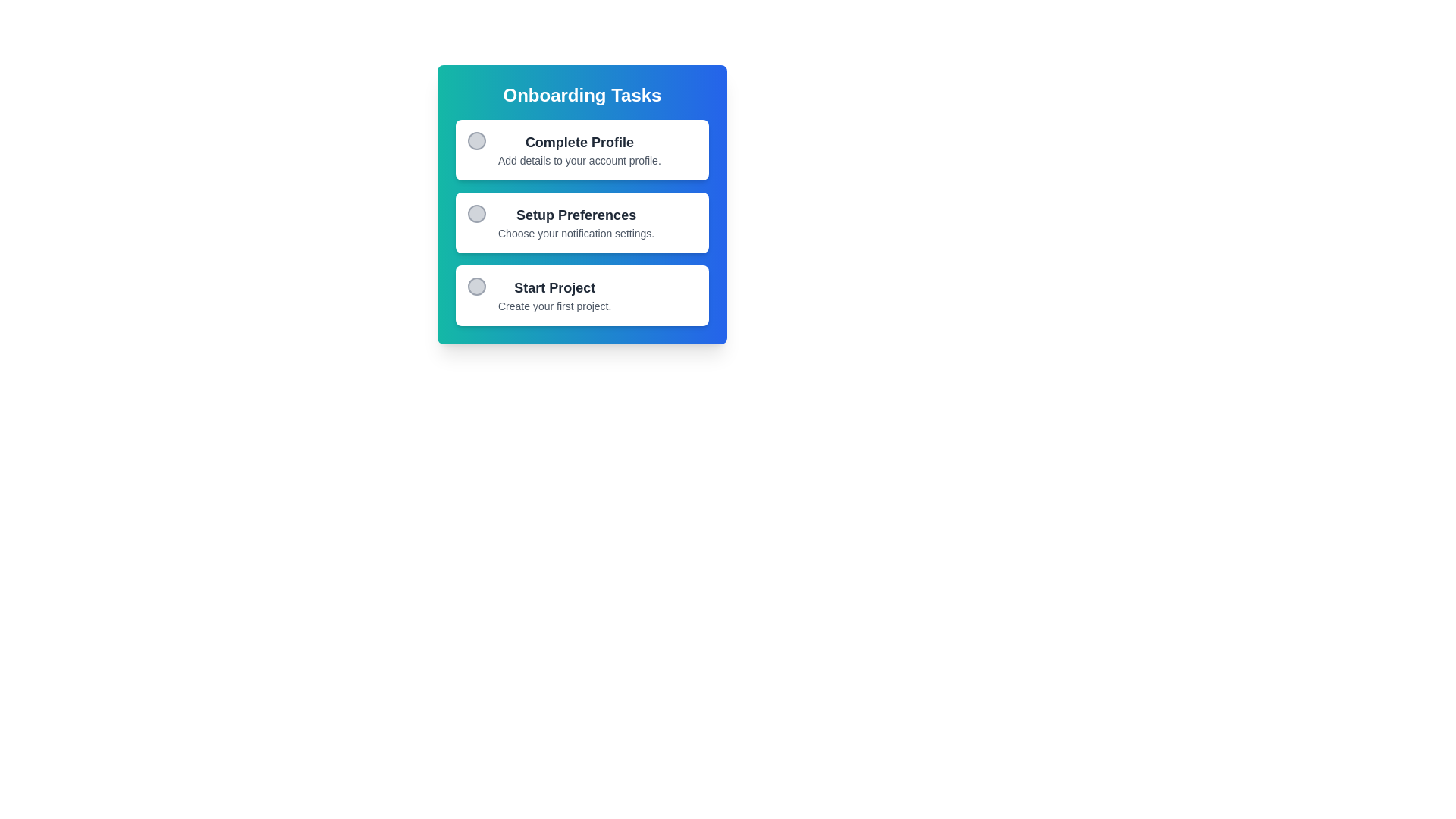 The width and height of the screenshot is (1456, 819). What do you see at coordinates (475, 140) in the screenshot?
I see `the circular unselected radio button with a light gray background and dark gray border, located at the far left of the 'Complete Profile' task item in the 'Onboarding Tasks' panel` at bounding box center [475, 140].